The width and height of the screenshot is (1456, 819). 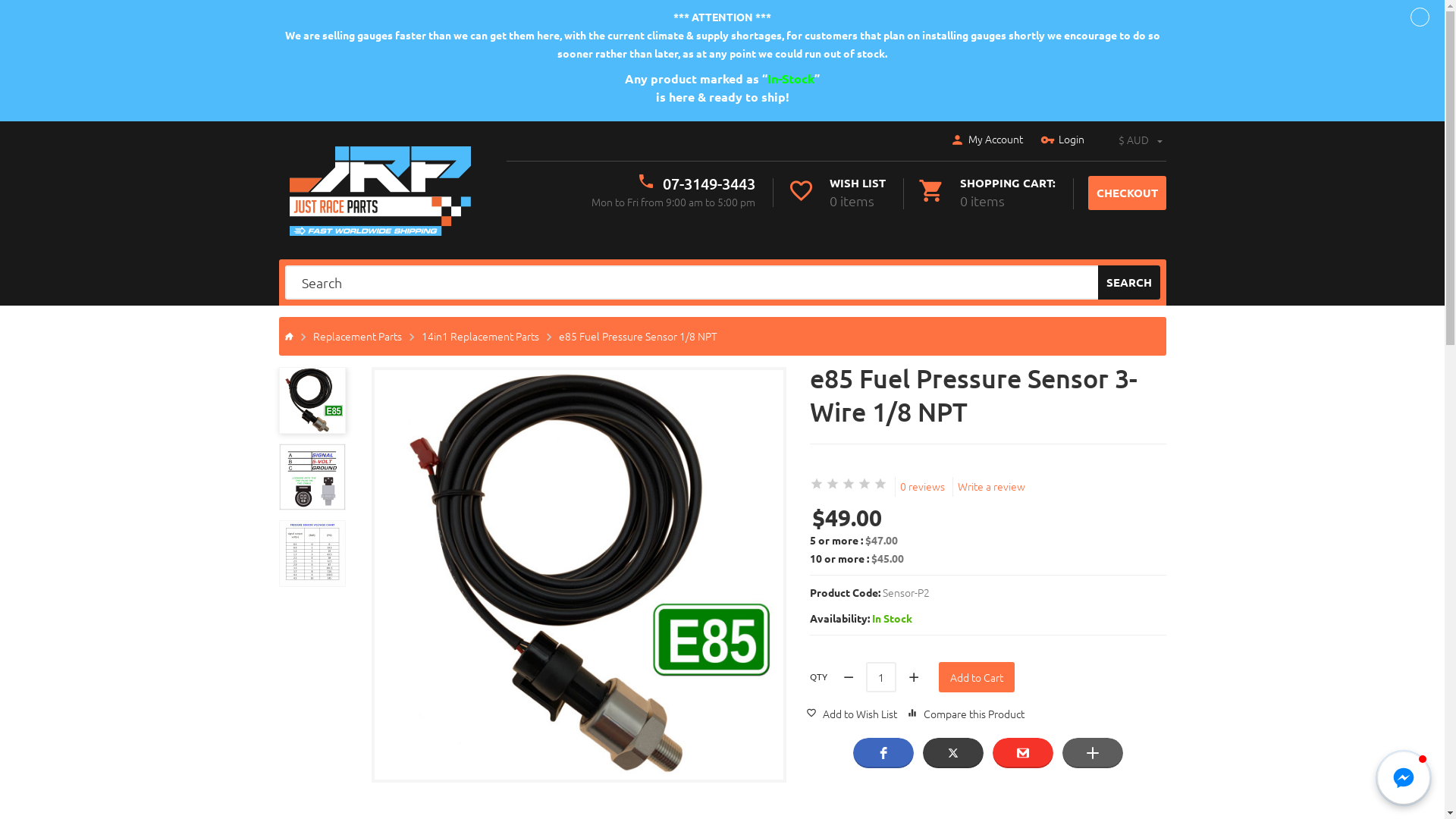 I want to click on 'Replacement Parts', so click(x=356, y=335).